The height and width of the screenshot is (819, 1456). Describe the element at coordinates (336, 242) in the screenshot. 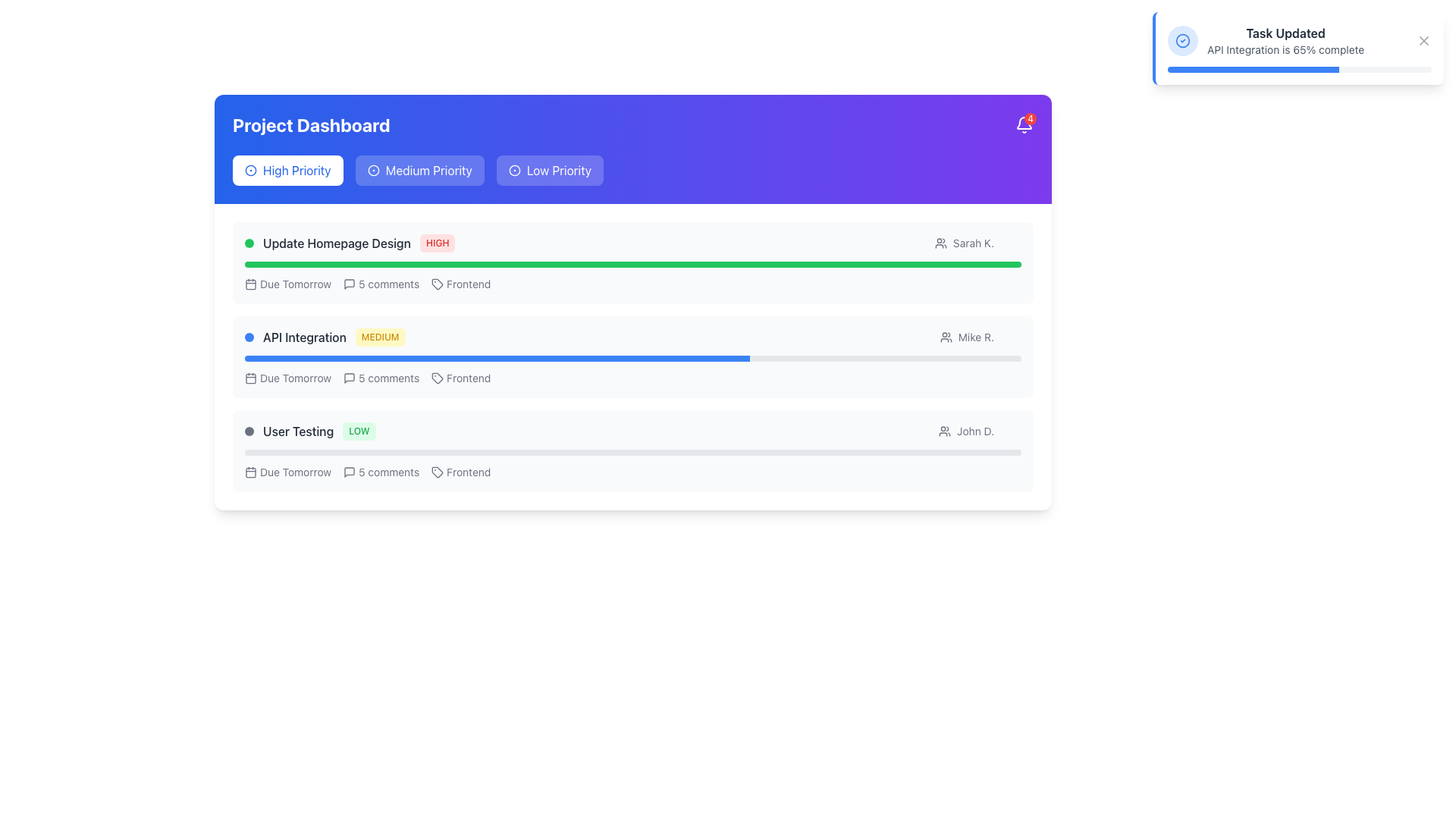

I see `the text label displaying 'Update Homepage Design'` at that location.